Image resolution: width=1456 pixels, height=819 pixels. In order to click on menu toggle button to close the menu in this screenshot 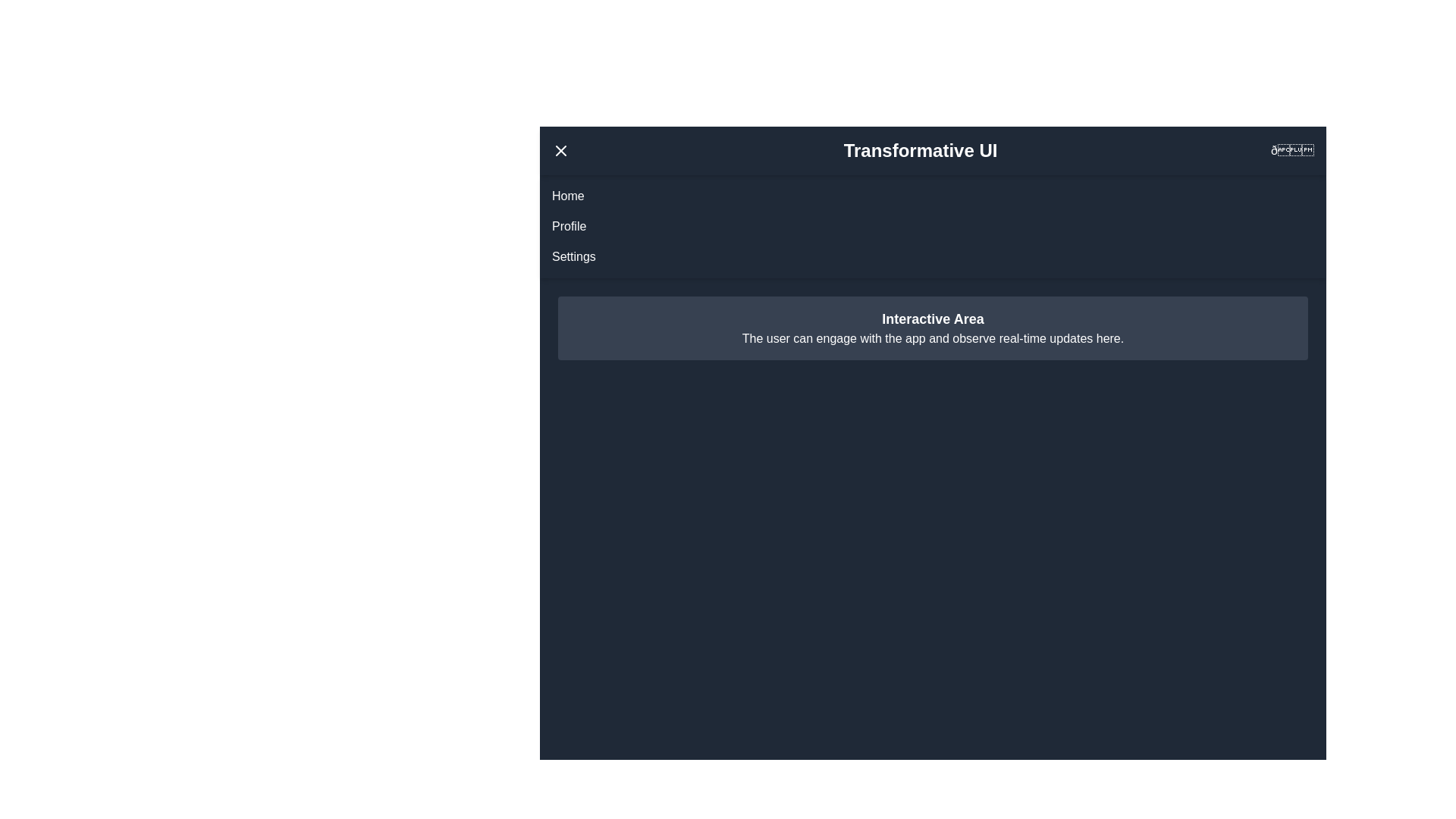, I will do `click(560, 151)`.